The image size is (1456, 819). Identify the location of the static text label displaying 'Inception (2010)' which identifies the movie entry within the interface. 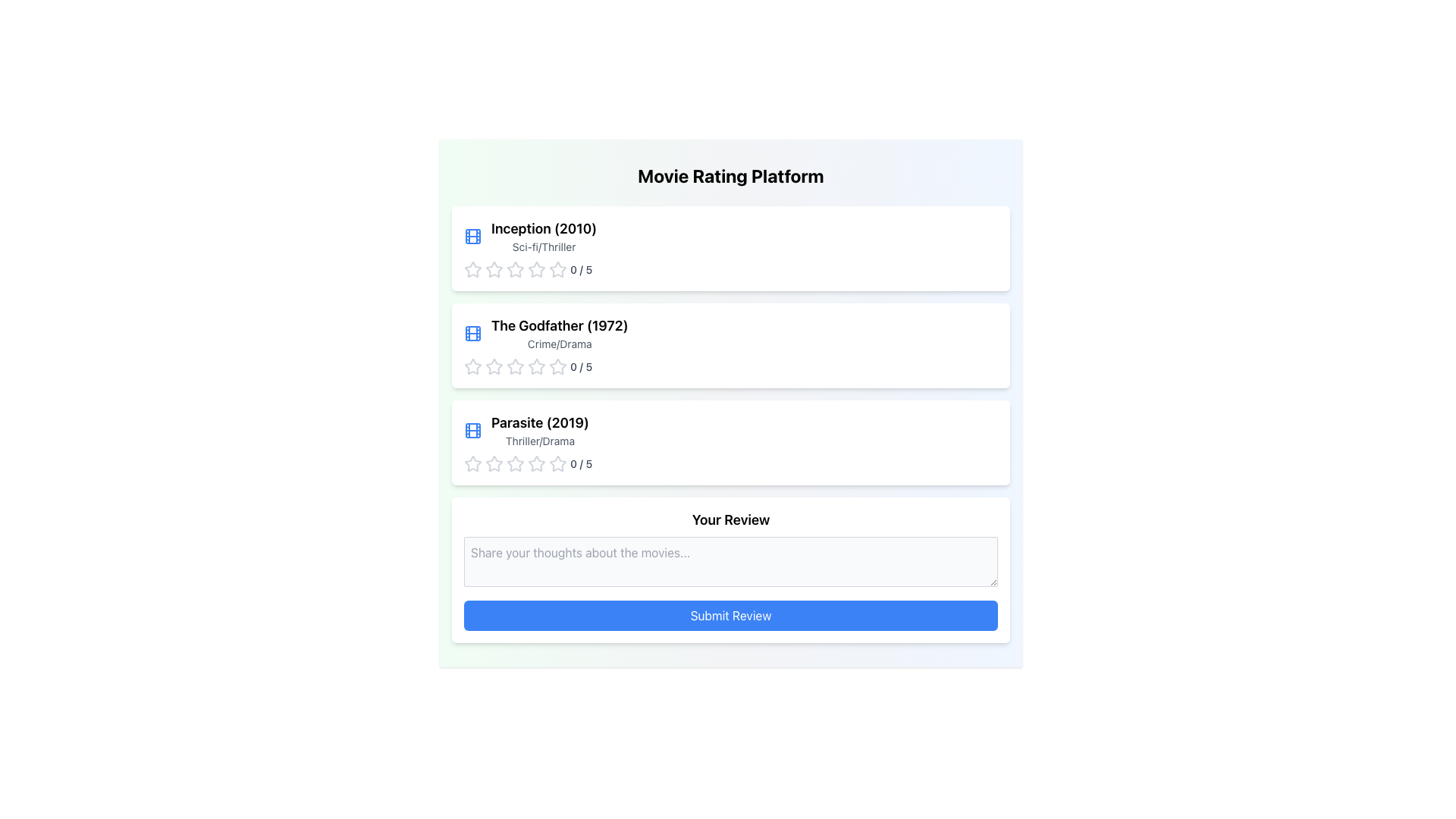
(544, 228).